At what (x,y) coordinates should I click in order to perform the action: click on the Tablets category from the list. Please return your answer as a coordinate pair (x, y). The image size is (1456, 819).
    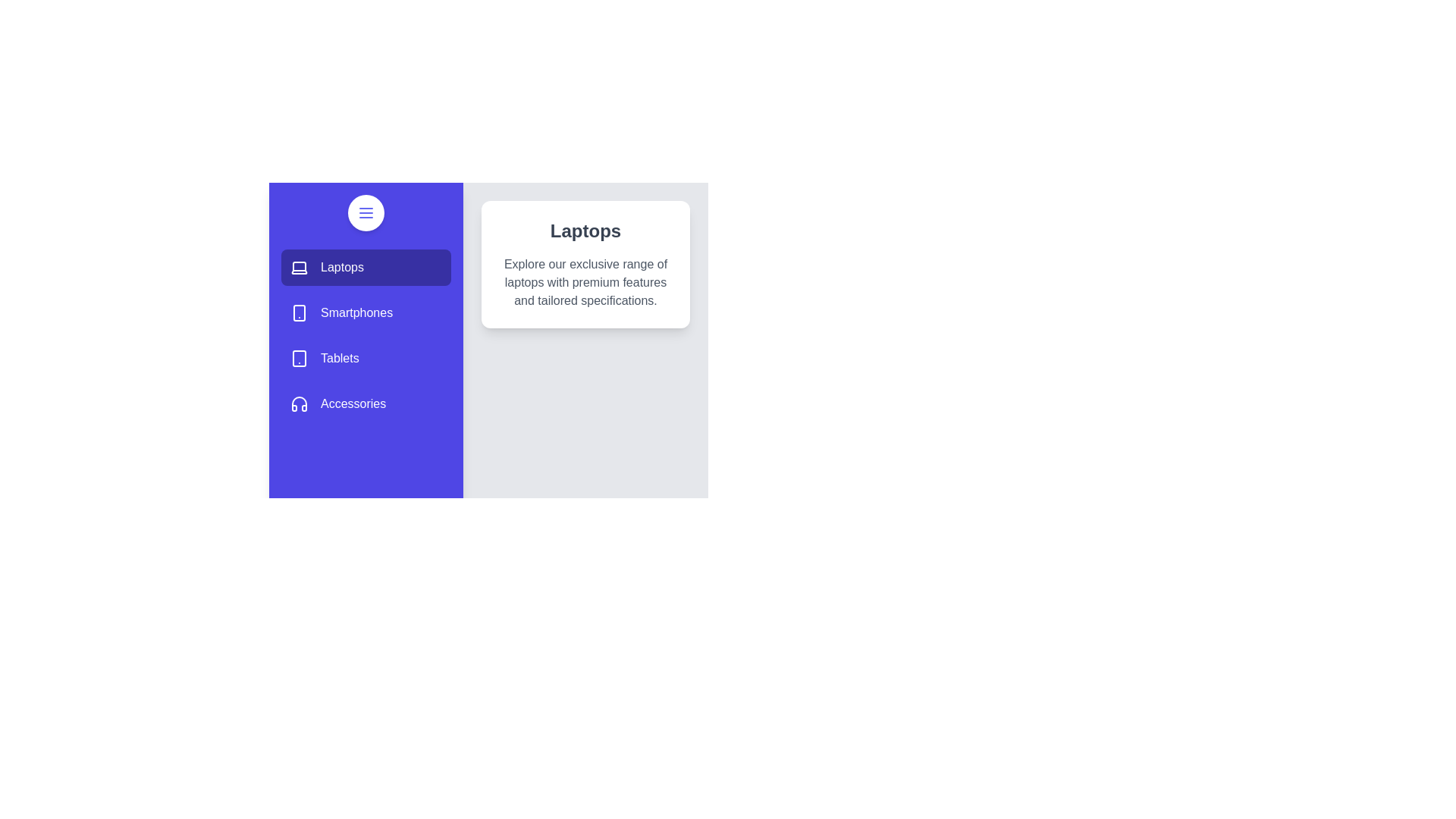
    Looking at the image, I should click on (366, 359).